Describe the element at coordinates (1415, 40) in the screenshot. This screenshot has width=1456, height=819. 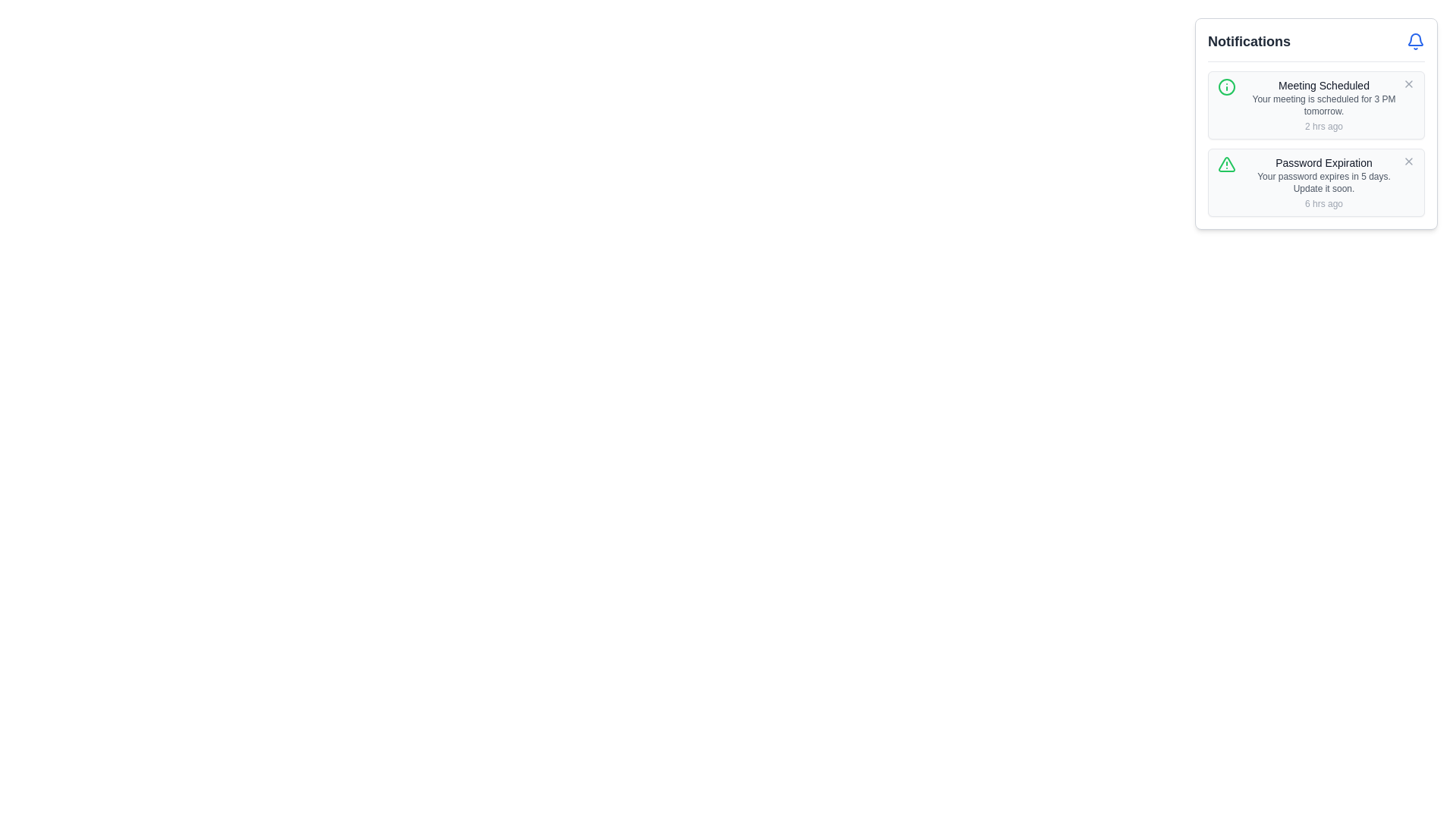
I see `details of the blue bell-shaped notification icon located at the far-right side of the notification section's header` at that location.